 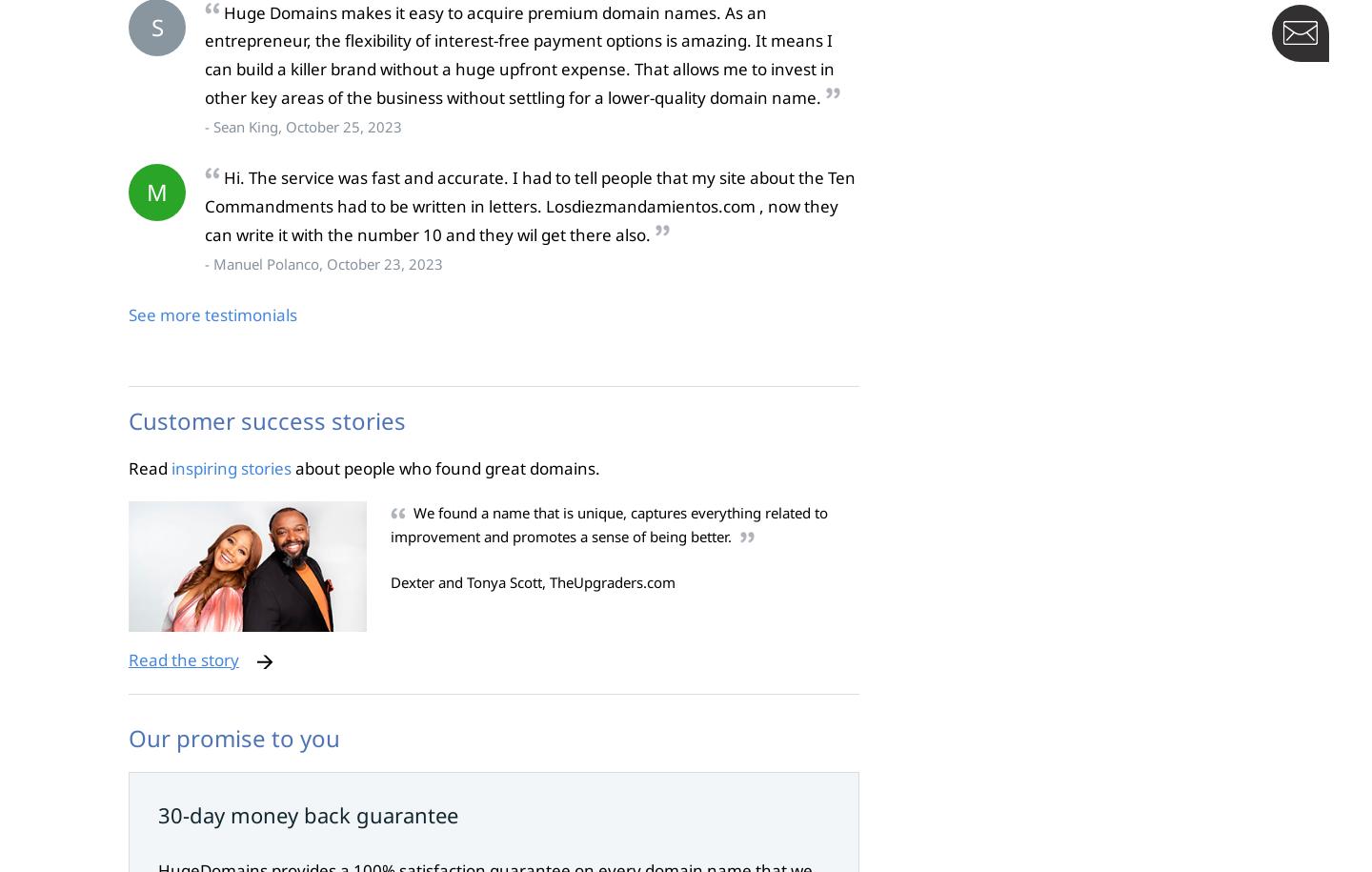 What do you see at coordinates (533, 582) in the screenshot?
I see `'Dexter and Tonya Scott, TheUpgraders.com'` at bounding box center [533, 582].